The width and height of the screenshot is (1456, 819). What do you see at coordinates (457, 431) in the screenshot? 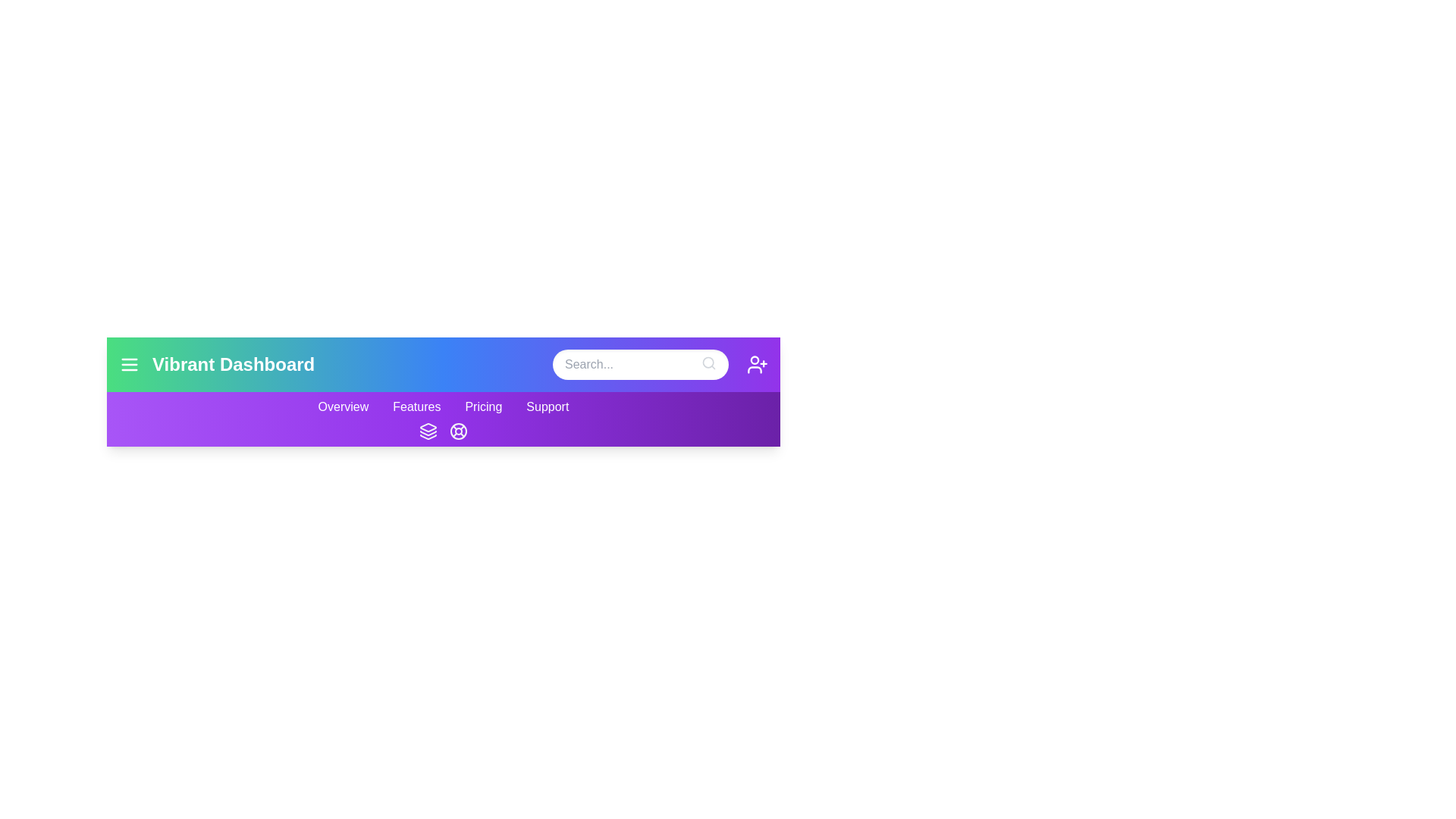
I see `the life buoy icon` at bounding box center [457, 431].